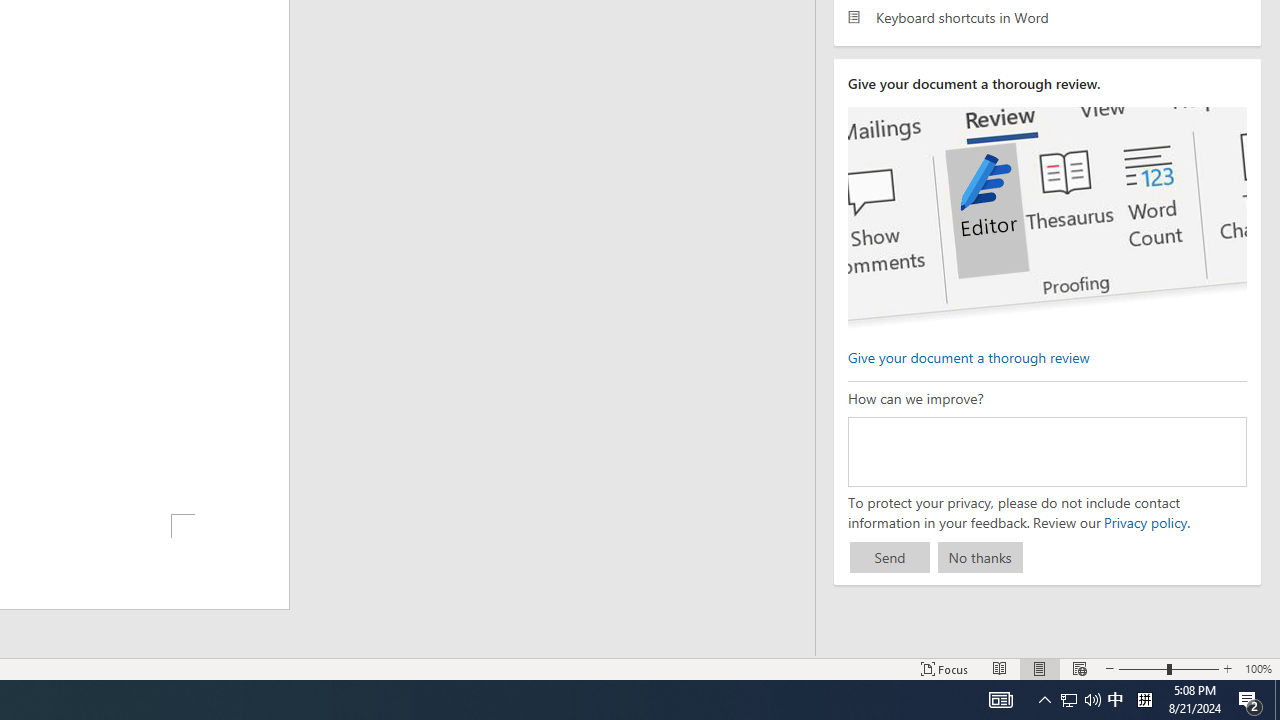  Describe the element at coordinates (1168, 669) in the screenshot. I see `'Zoom'` at that location.